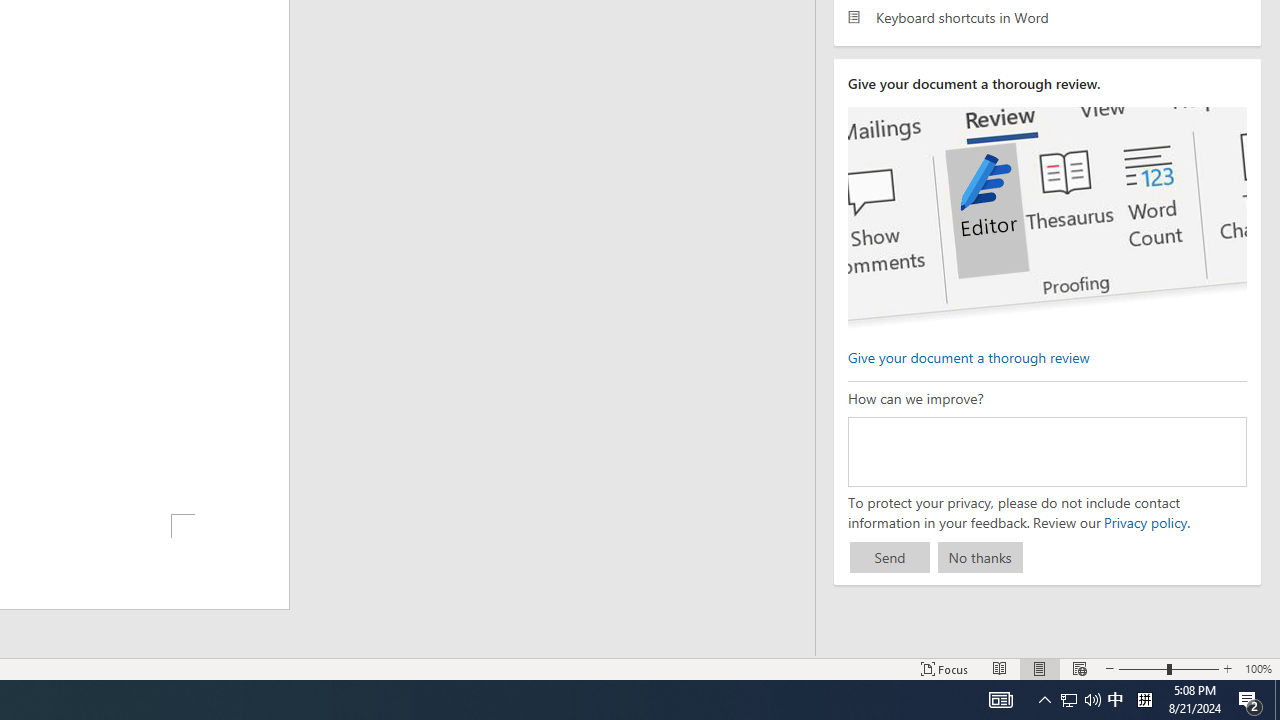  Describe the element at coordinates (1168, 669) in the screenshot. I see `'Zoom'` at that location.